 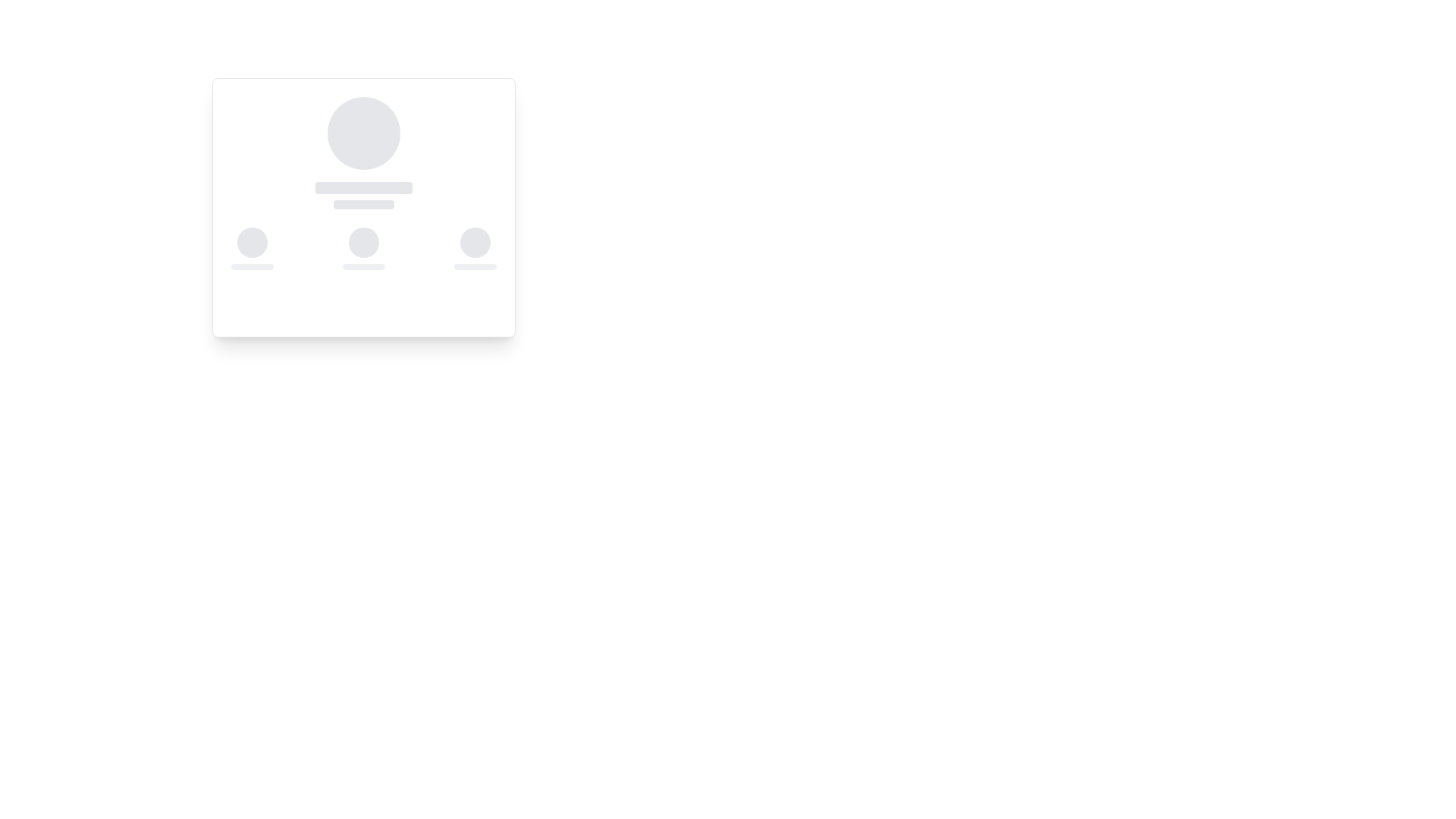 I want to click on the light gray placeholder loading indicator located at the bottom center of the card-like component, so click(x=364, y=303).